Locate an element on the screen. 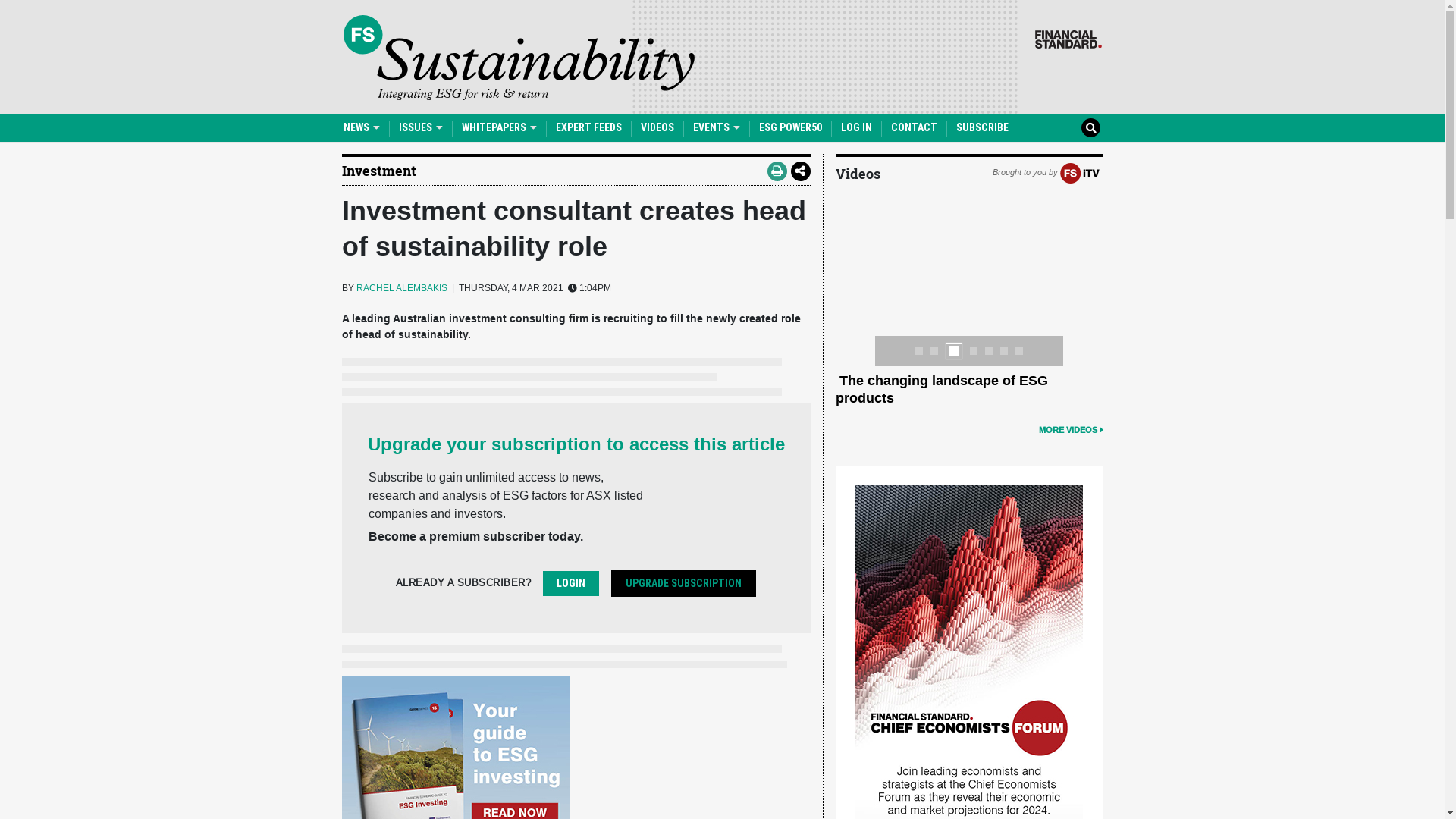  'UPGRADE SUBSCRIPTION' is located at coordinates (682, 582).